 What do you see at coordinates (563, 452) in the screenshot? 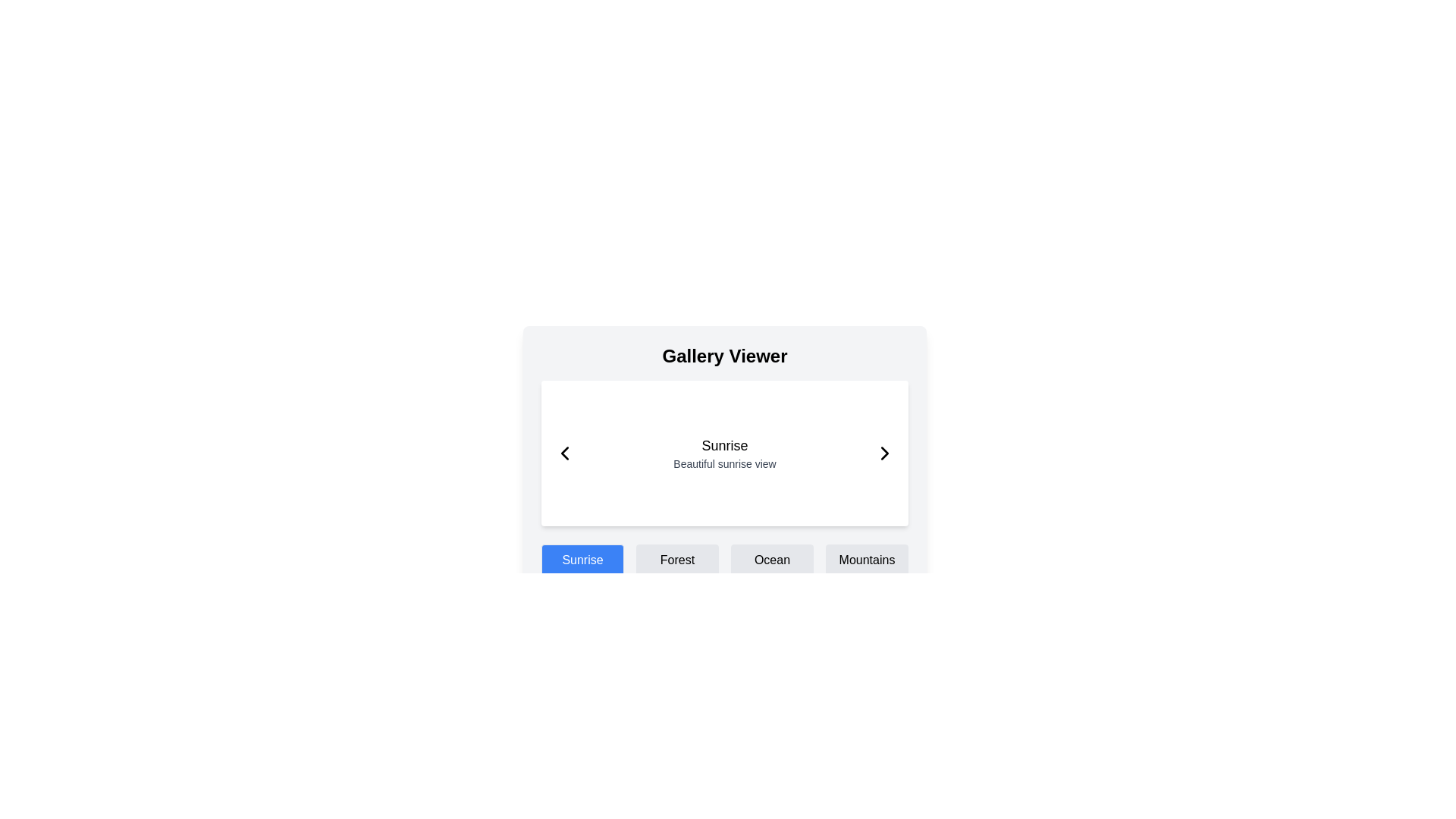
I see `the left-pointing arrow icon button for navigation, which is styled with a black stroke and located within the card-like component containing the text 'Sunrise' and 'Beautiful sunrise view'` at bounding box center [563, 452].